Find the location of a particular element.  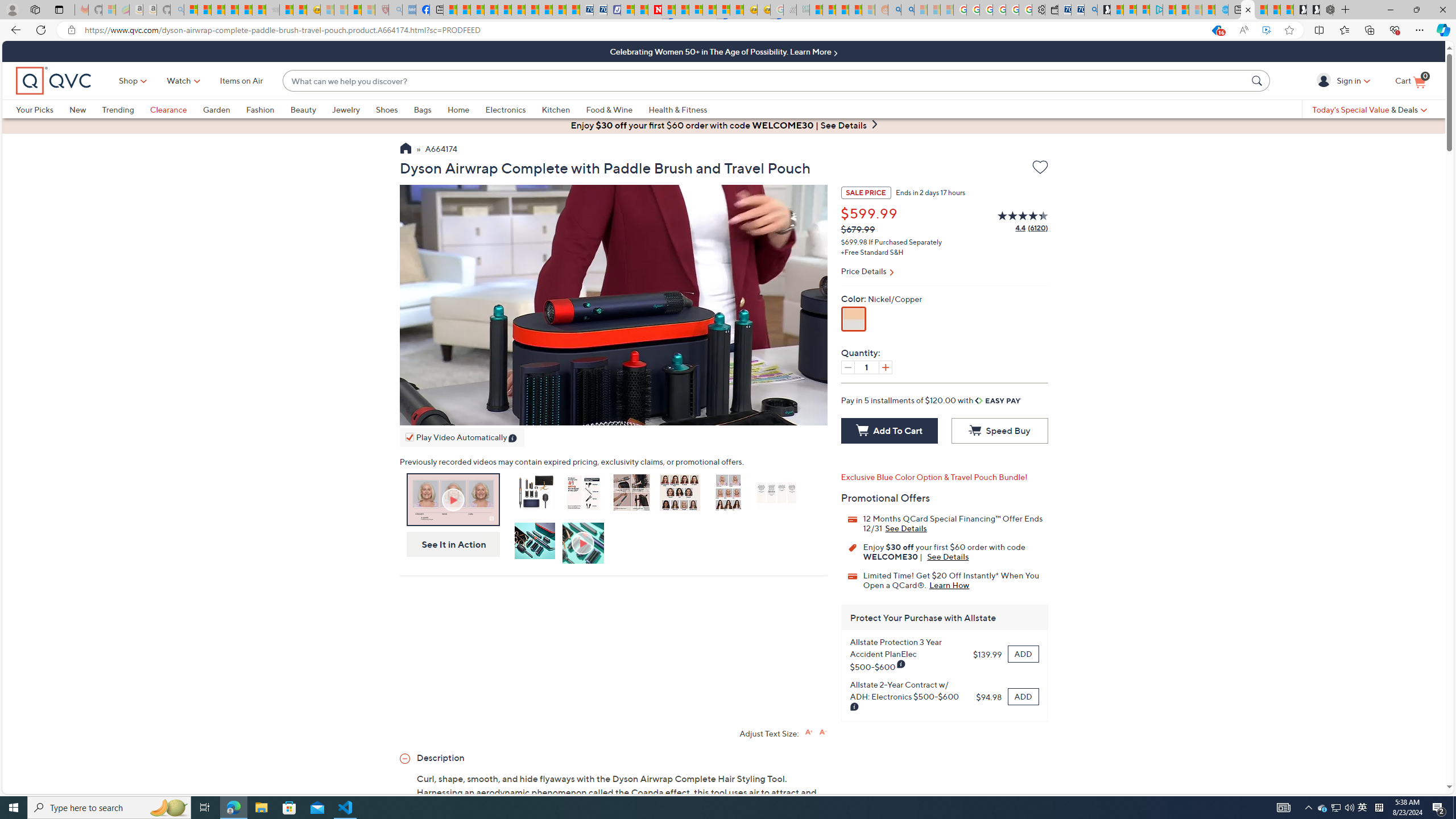

'Add to Wish List' is located at coordinates (1040, 168).